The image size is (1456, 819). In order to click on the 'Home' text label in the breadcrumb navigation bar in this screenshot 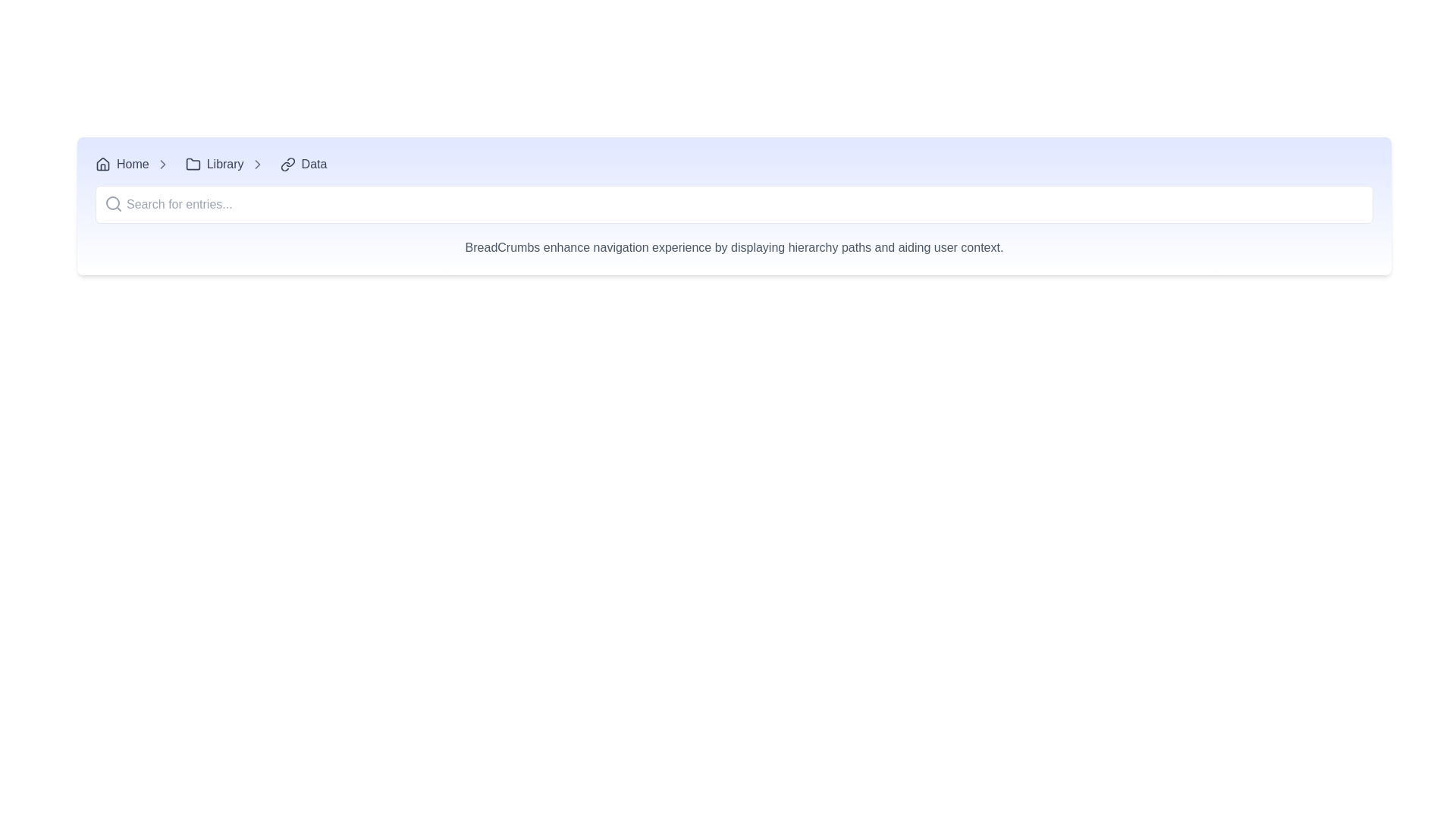, I will do `click(133, 164)`.